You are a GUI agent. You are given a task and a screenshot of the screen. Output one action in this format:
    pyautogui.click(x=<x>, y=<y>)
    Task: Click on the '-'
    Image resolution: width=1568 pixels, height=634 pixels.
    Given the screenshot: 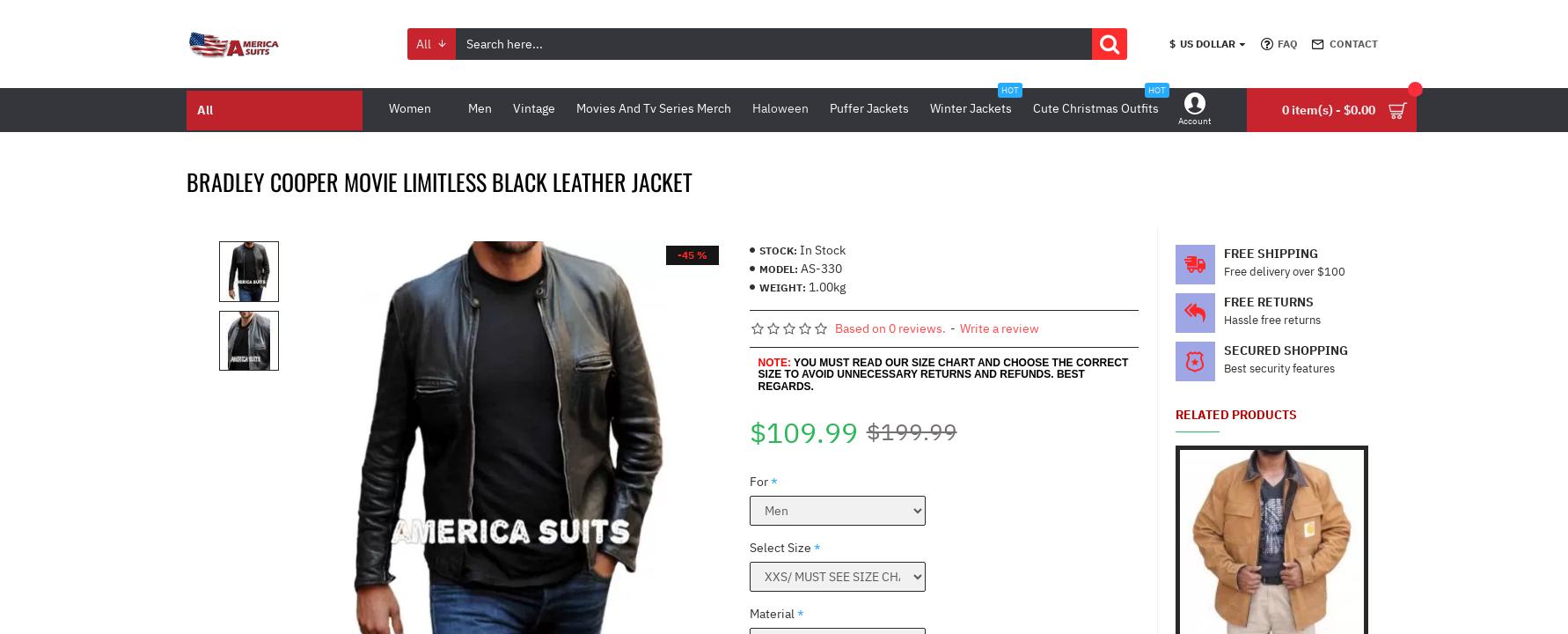 What is the action you would take?
    pyautogui.click(x=952, y=328)
    